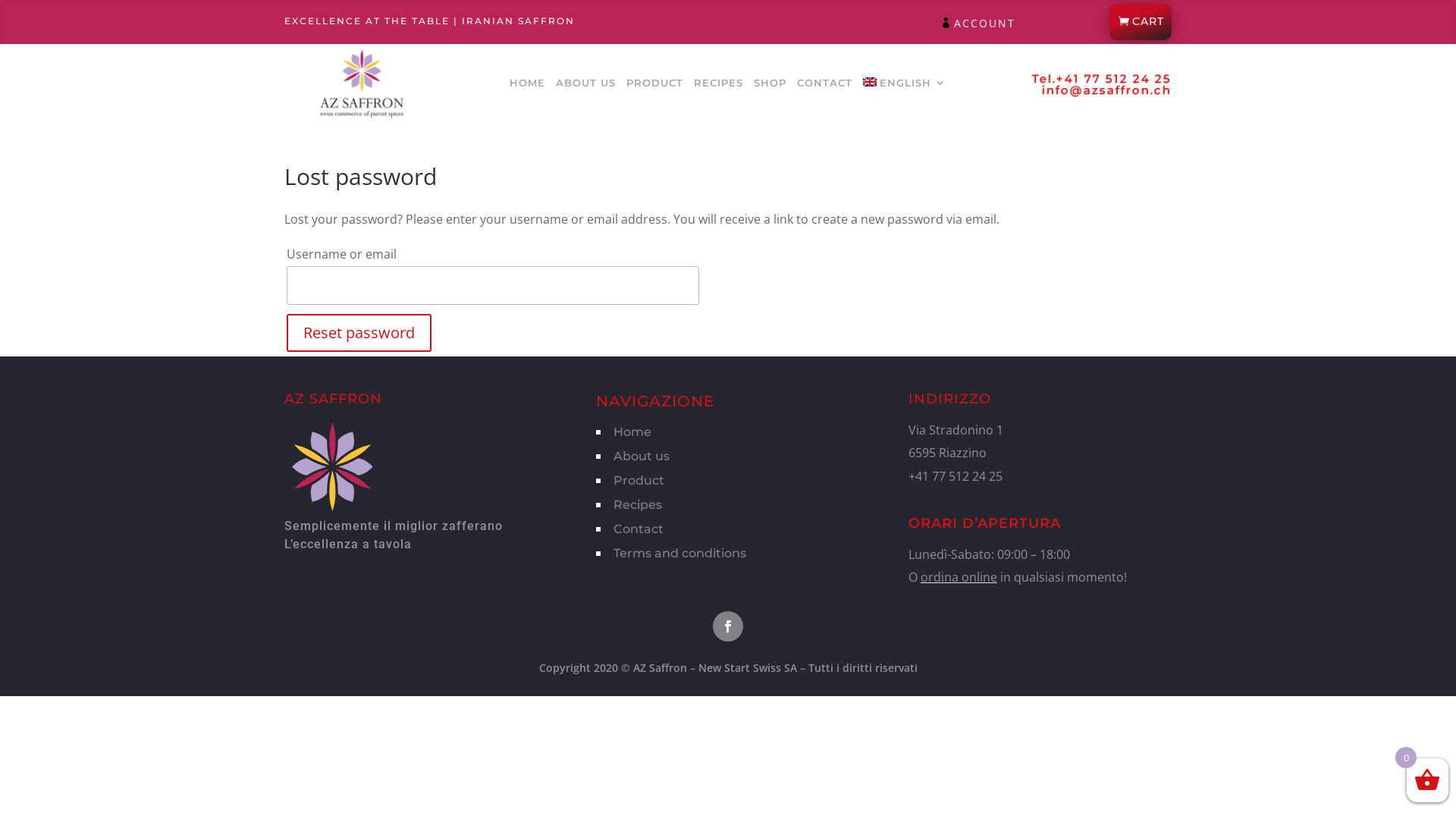 This screenshot has width=1456, height=819. What do you see at coordinates (958, 576) in the screenshot?
I see `'ordina online'` at bounding box center [958, 576].